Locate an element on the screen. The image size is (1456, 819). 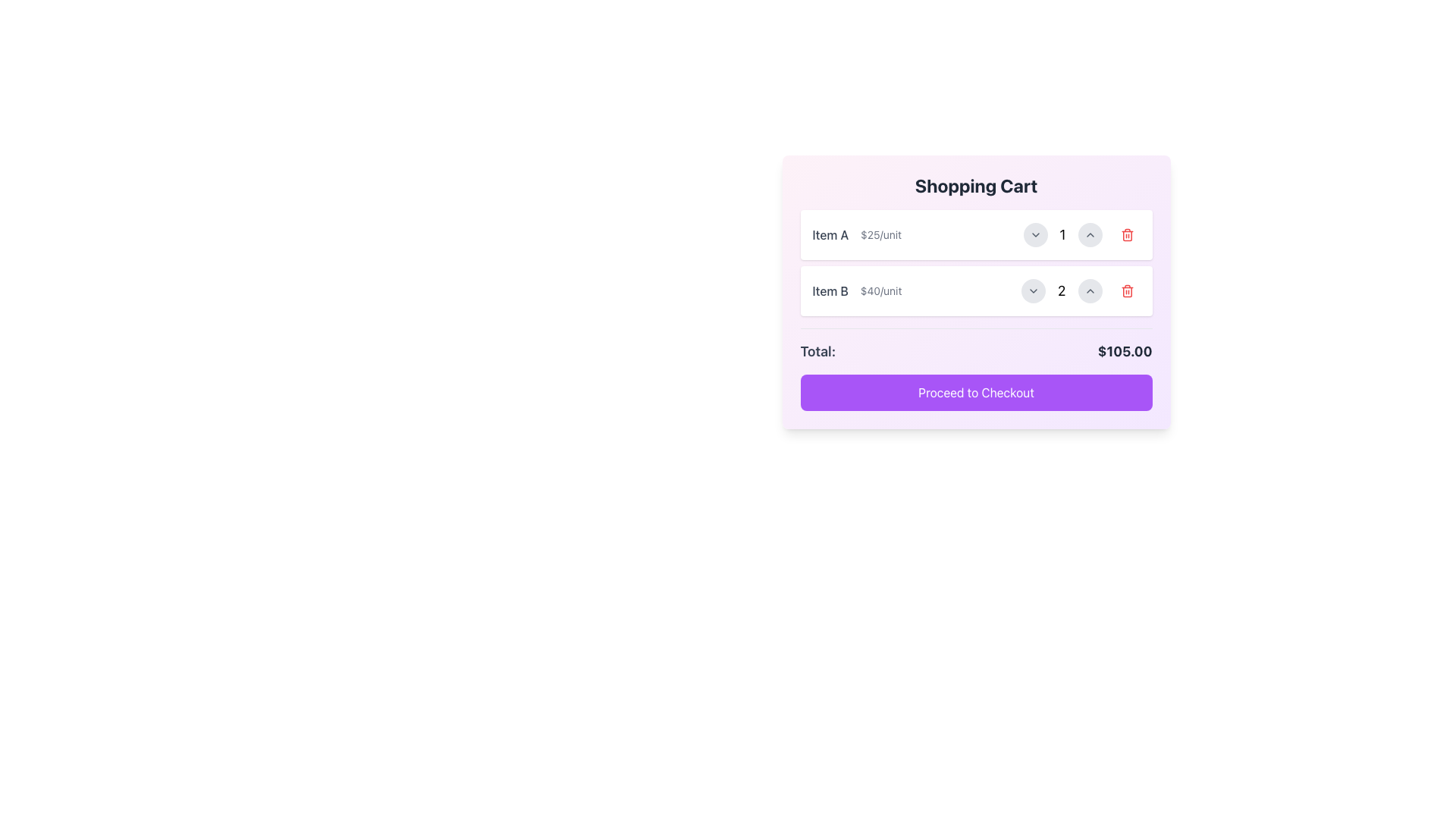
the text label displaying the item name in the shopping cart, which is positioned horizontally alongside the price label is located at coordinates (830, 291).